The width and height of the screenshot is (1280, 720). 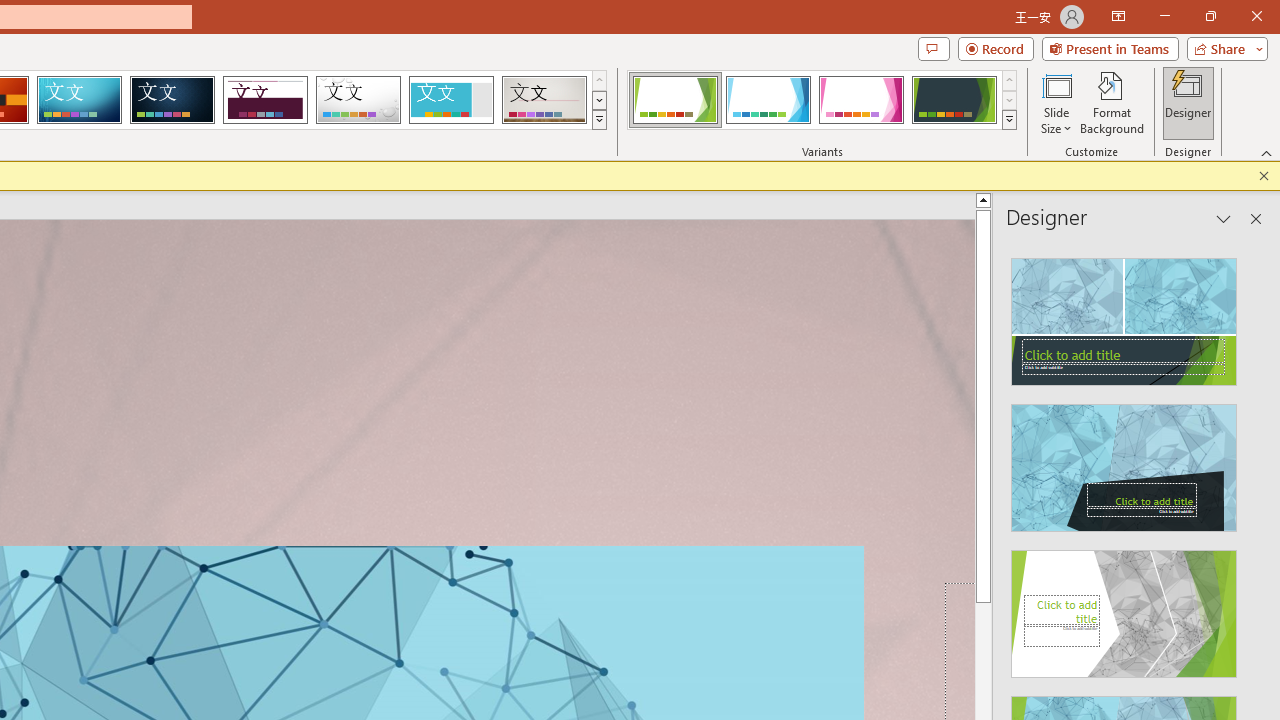 I want to click on 'Frame', so click(x=450, y=100).